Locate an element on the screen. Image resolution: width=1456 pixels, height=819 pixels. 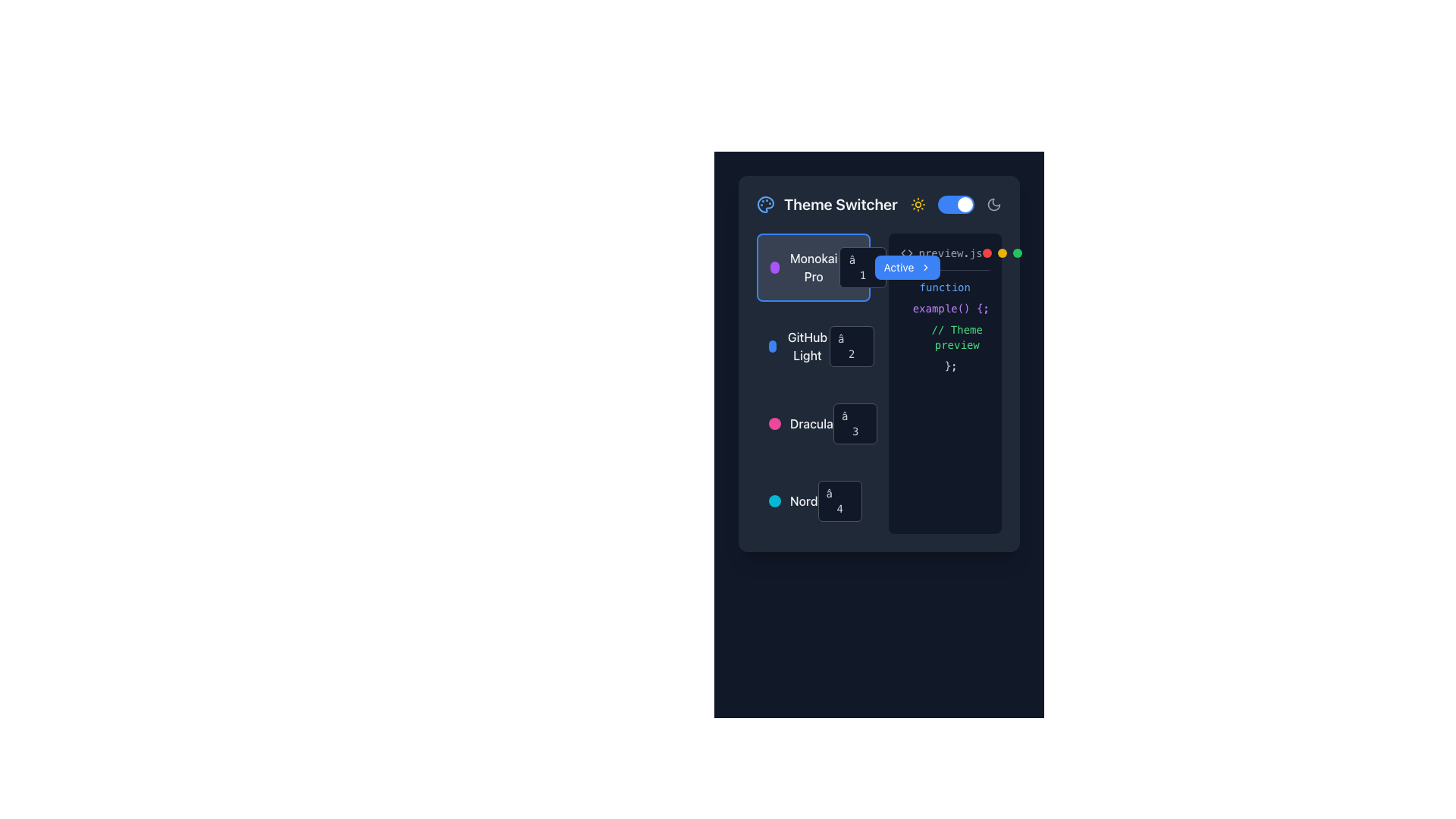
shortcut text displayed on the dark-colored rectangular label with rounded corners, featuring the text '⌘ 1' in light gray is located at coordinates (862, 267).